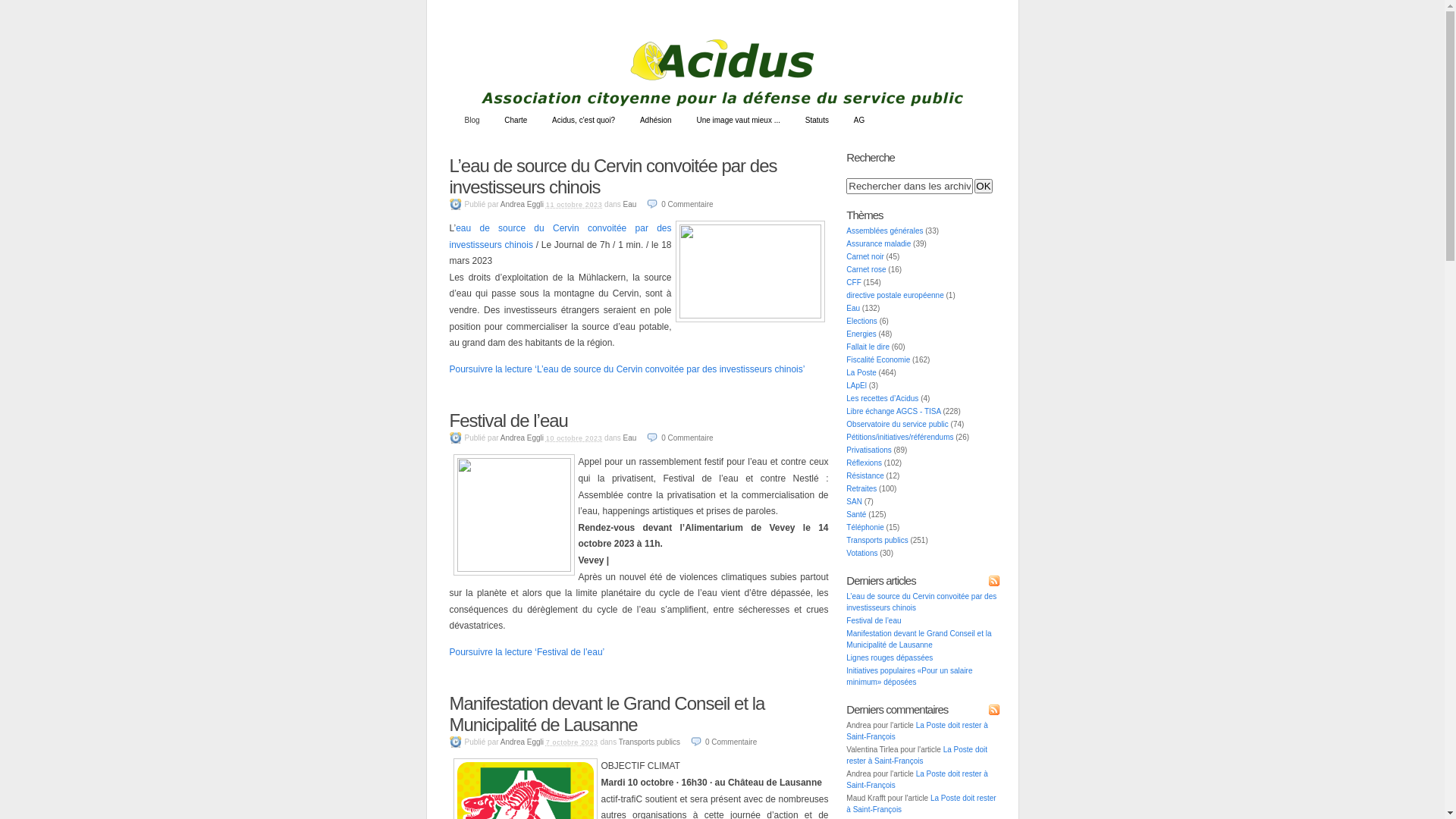 The height and width of the screenshot is (819, 1456). Describe the element at coordinates (983, 185) in the screenshot. I see `'OK'` at that location.